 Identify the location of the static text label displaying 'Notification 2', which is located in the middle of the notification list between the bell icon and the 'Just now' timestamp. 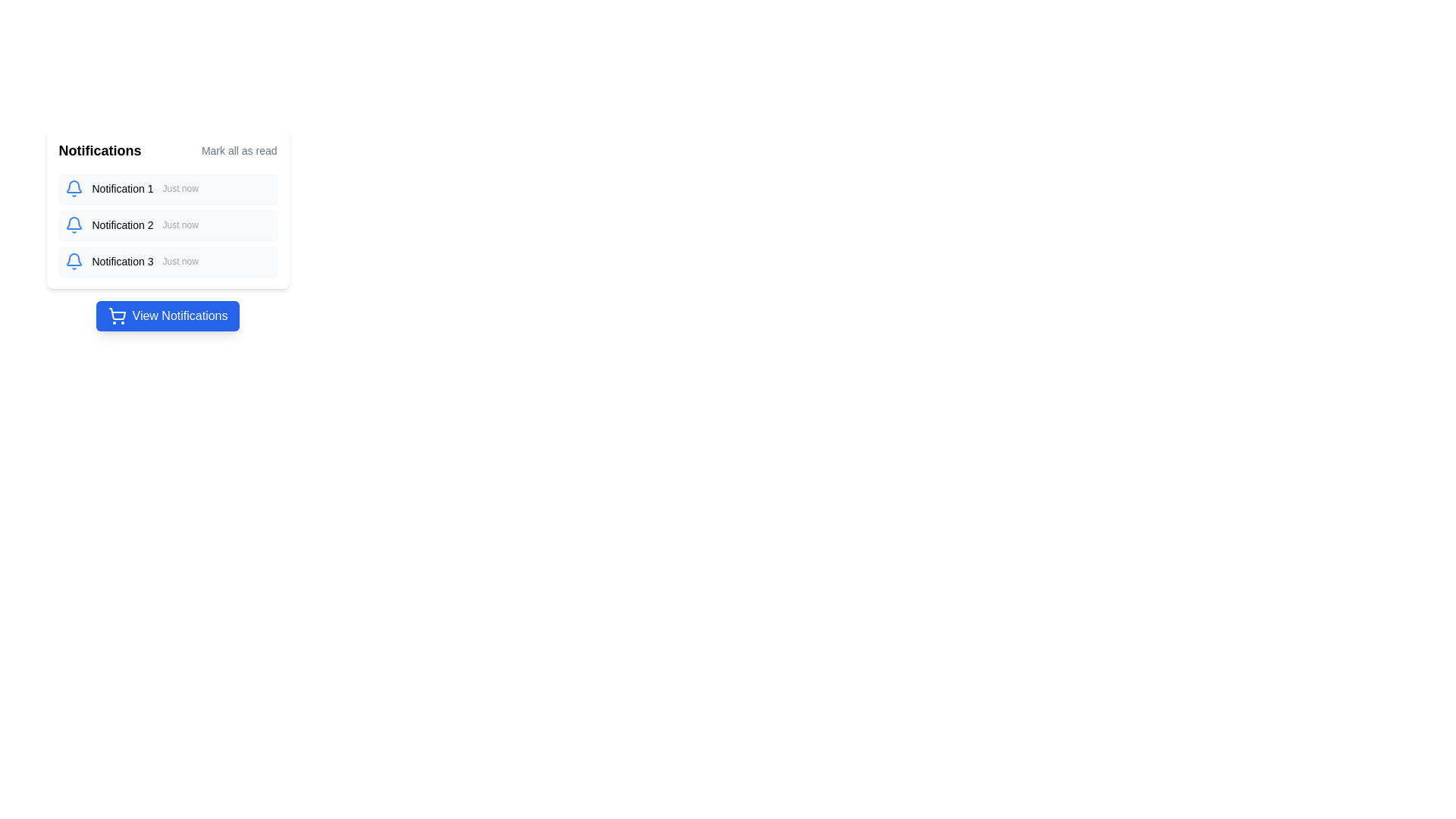
(123, 225).